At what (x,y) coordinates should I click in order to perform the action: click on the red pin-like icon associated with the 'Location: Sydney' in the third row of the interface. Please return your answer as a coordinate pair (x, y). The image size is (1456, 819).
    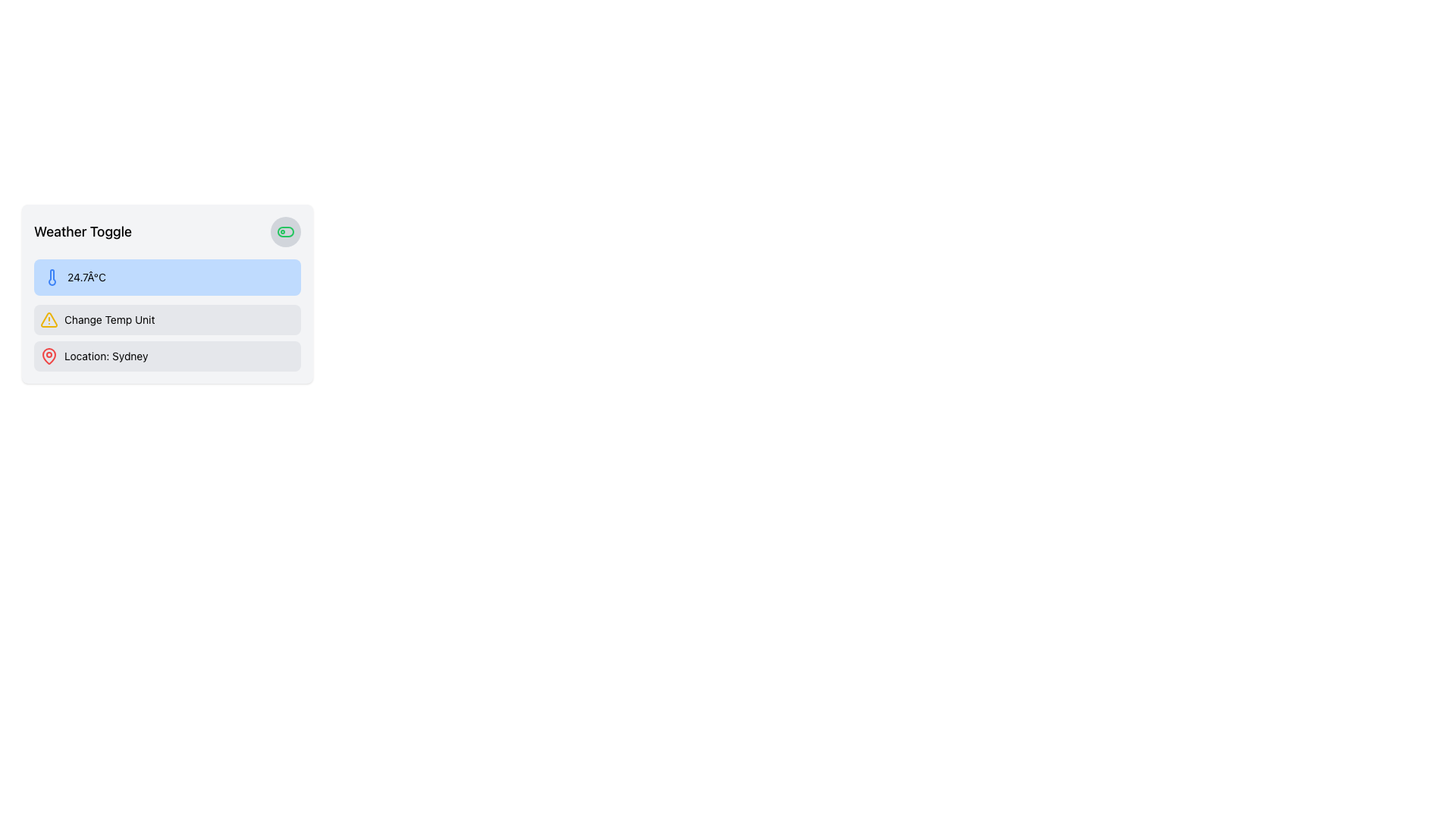
    Looking at the image, I should click on (49, 356).